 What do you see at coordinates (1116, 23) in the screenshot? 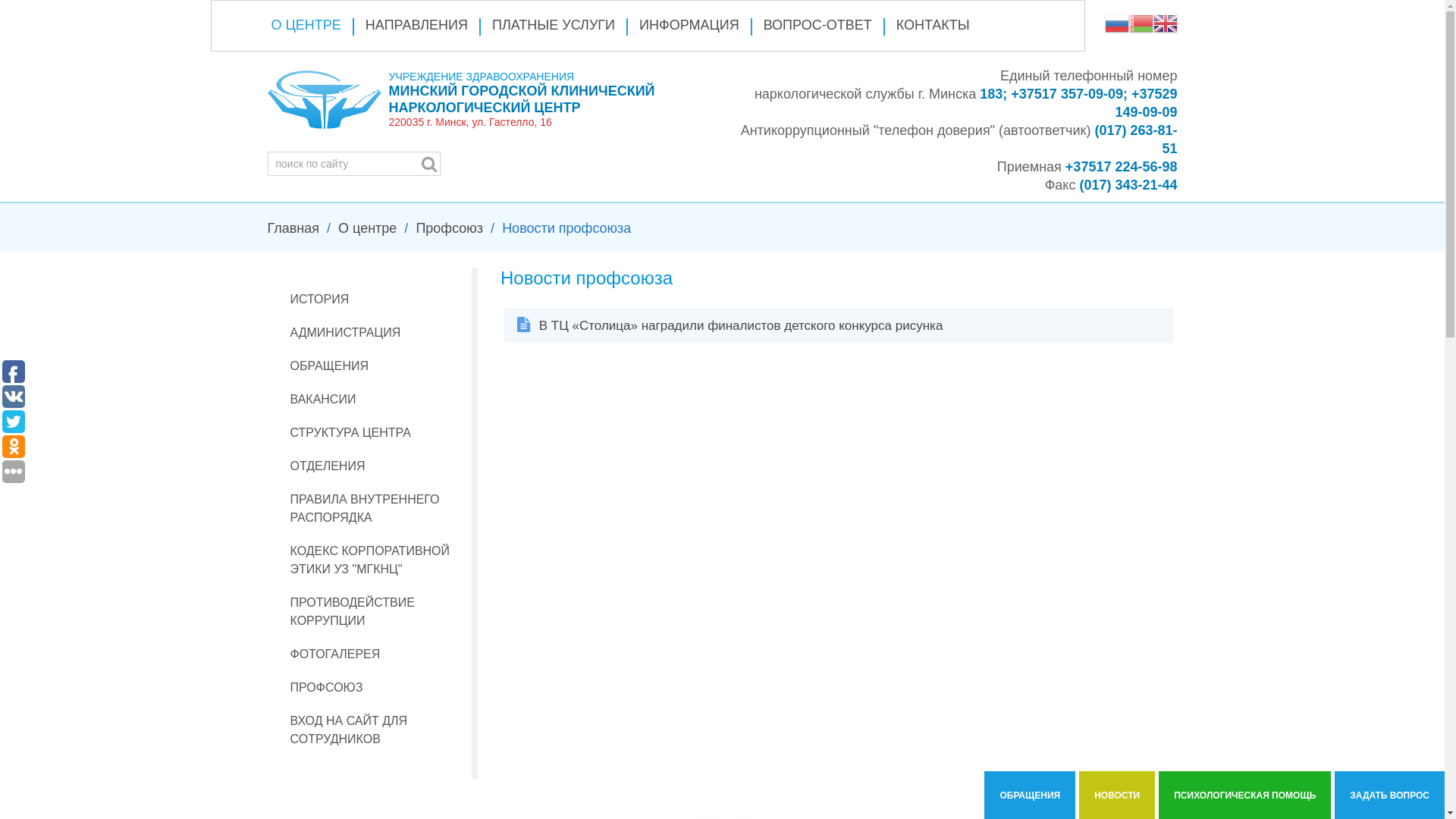
I see `'Russian'` at bounding box center [1116, 23].